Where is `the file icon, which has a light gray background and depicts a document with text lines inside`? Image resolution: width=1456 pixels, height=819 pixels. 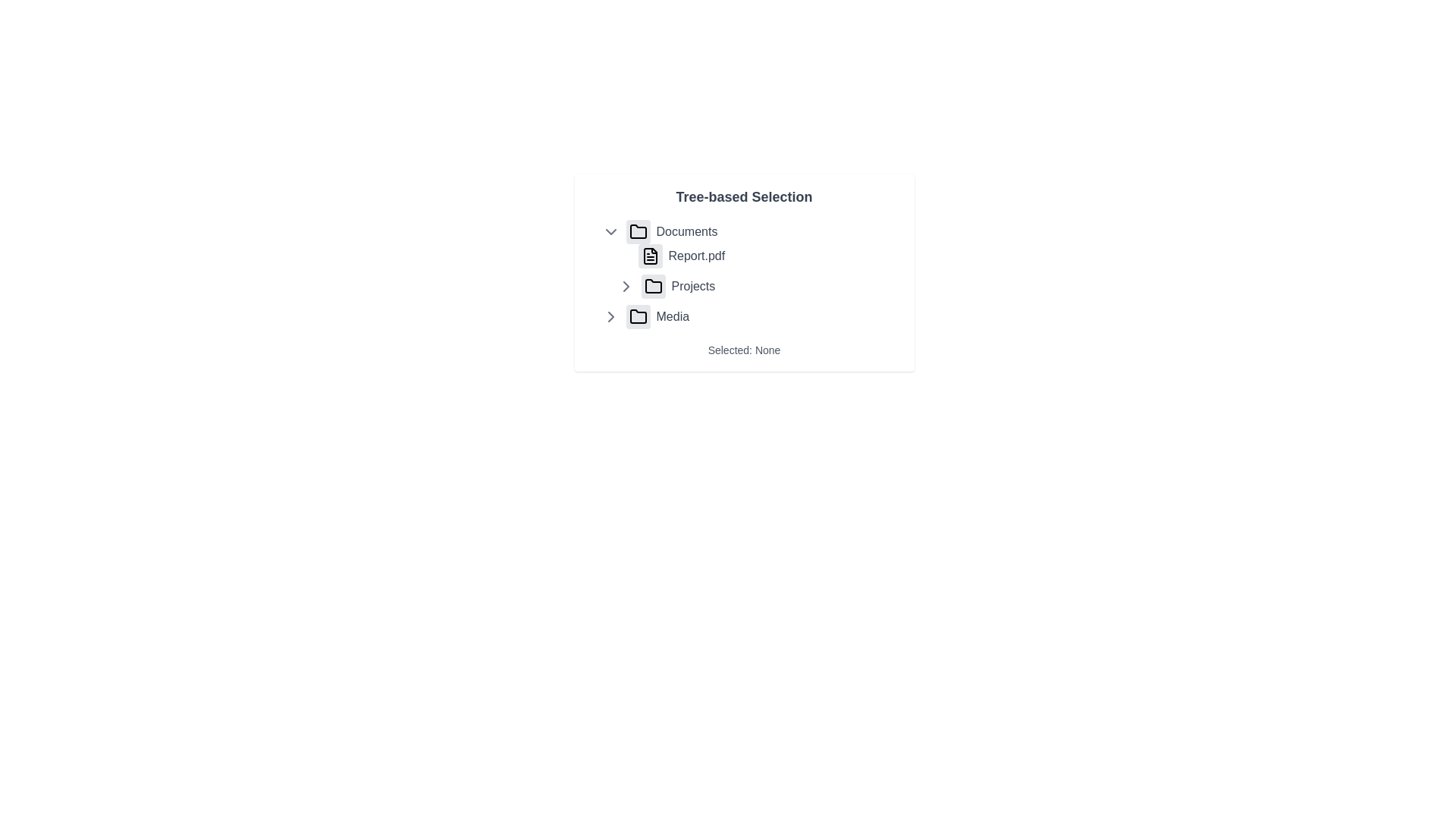
the file icon, which has a light gray background and depicts a document with text lines inside is located at coordinates (650, 256).